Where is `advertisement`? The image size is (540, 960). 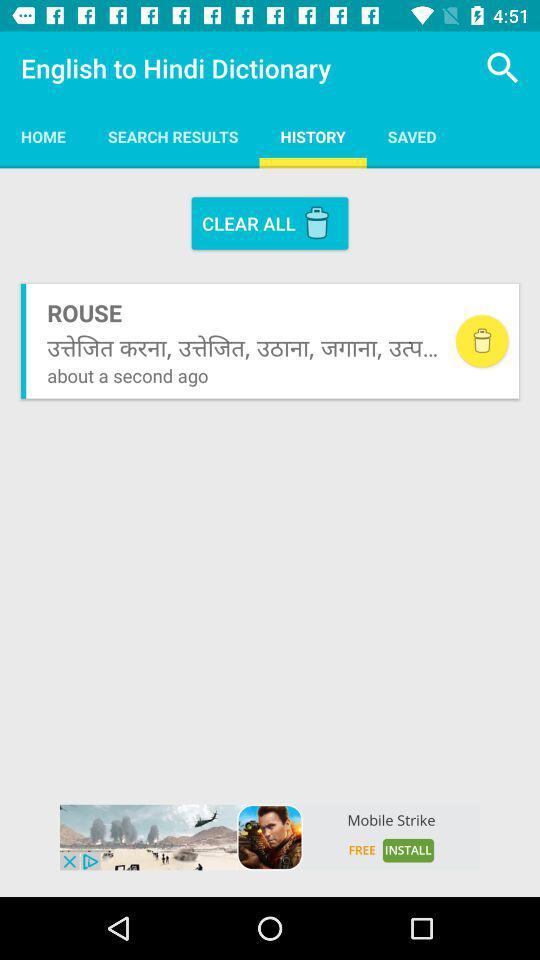
advertisement is located at coordinates (270, 837).